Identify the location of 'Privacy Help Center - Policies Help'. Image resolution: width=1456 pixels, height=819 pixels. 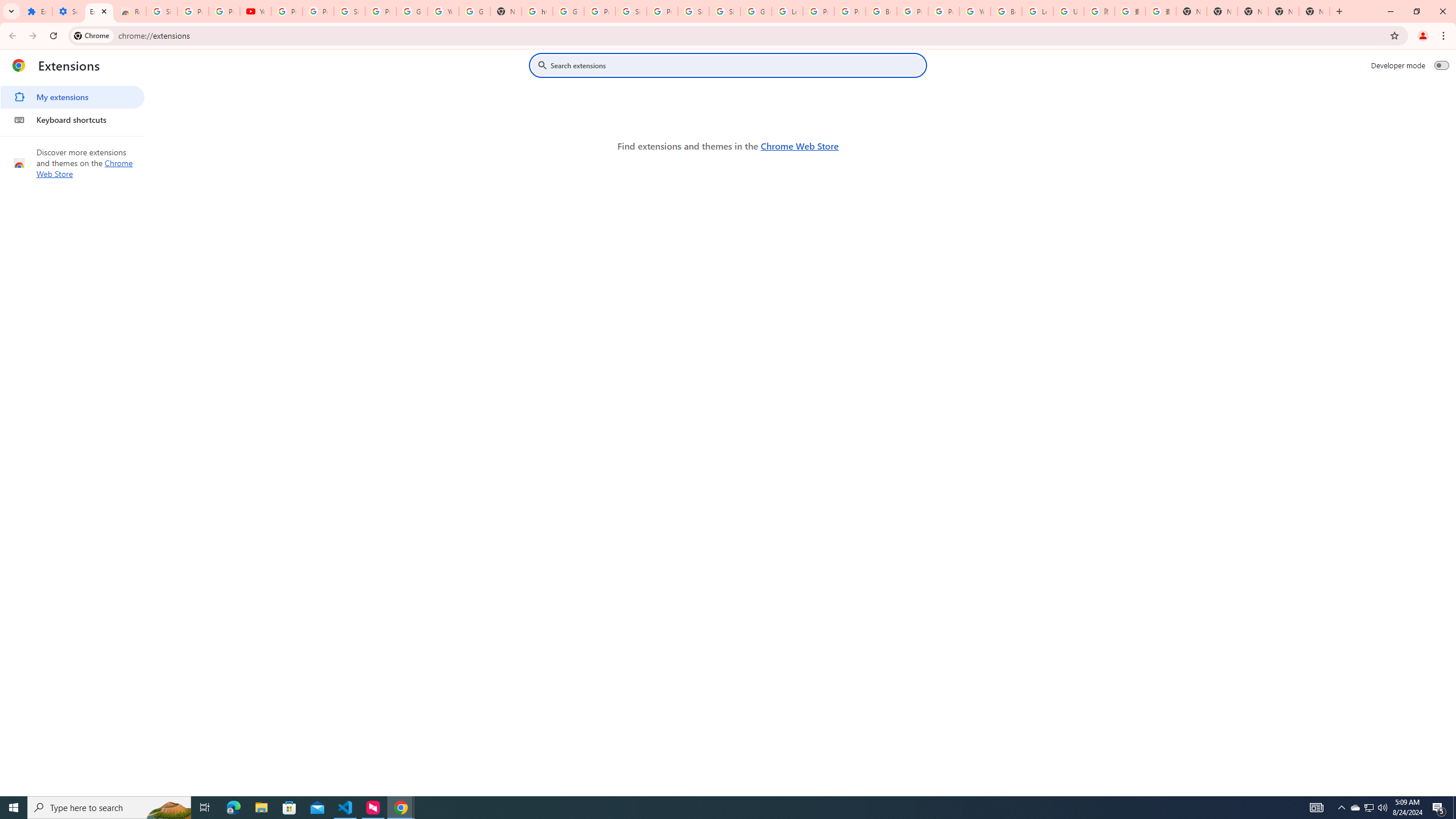
(850, 11).